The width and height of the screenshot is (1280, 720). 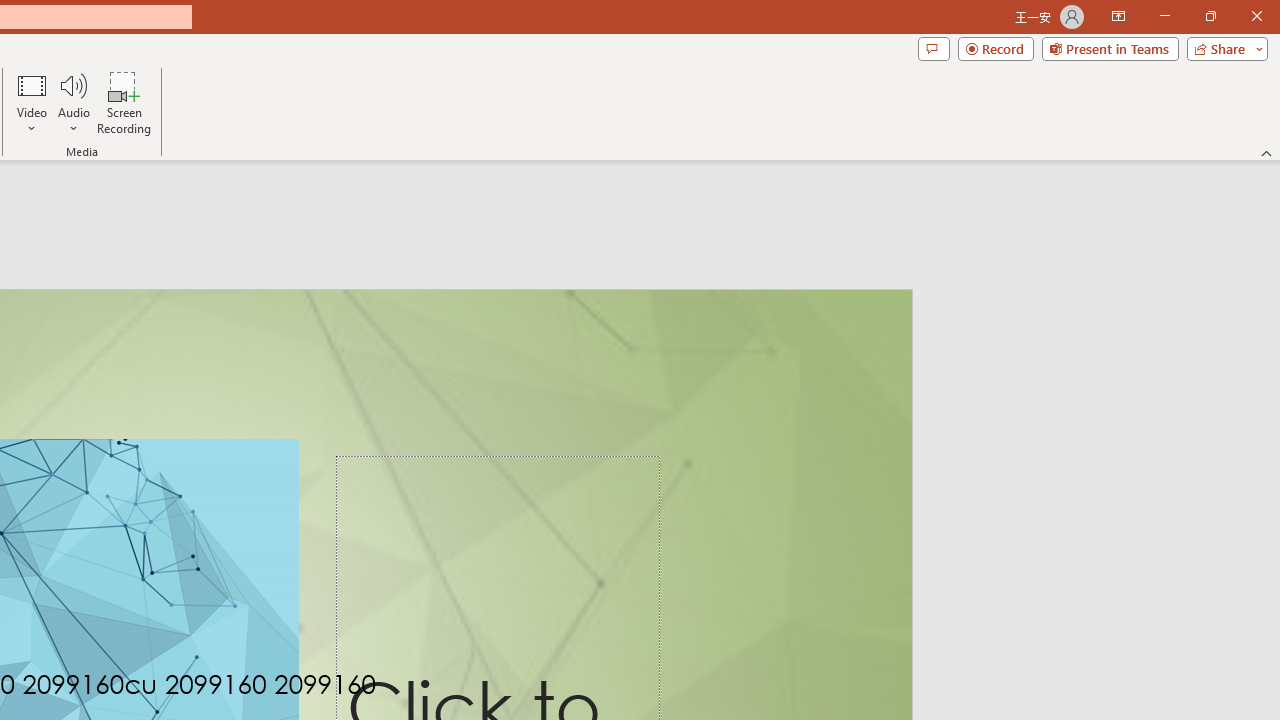 I want to click on 'Video', so click(x=32, y=103).